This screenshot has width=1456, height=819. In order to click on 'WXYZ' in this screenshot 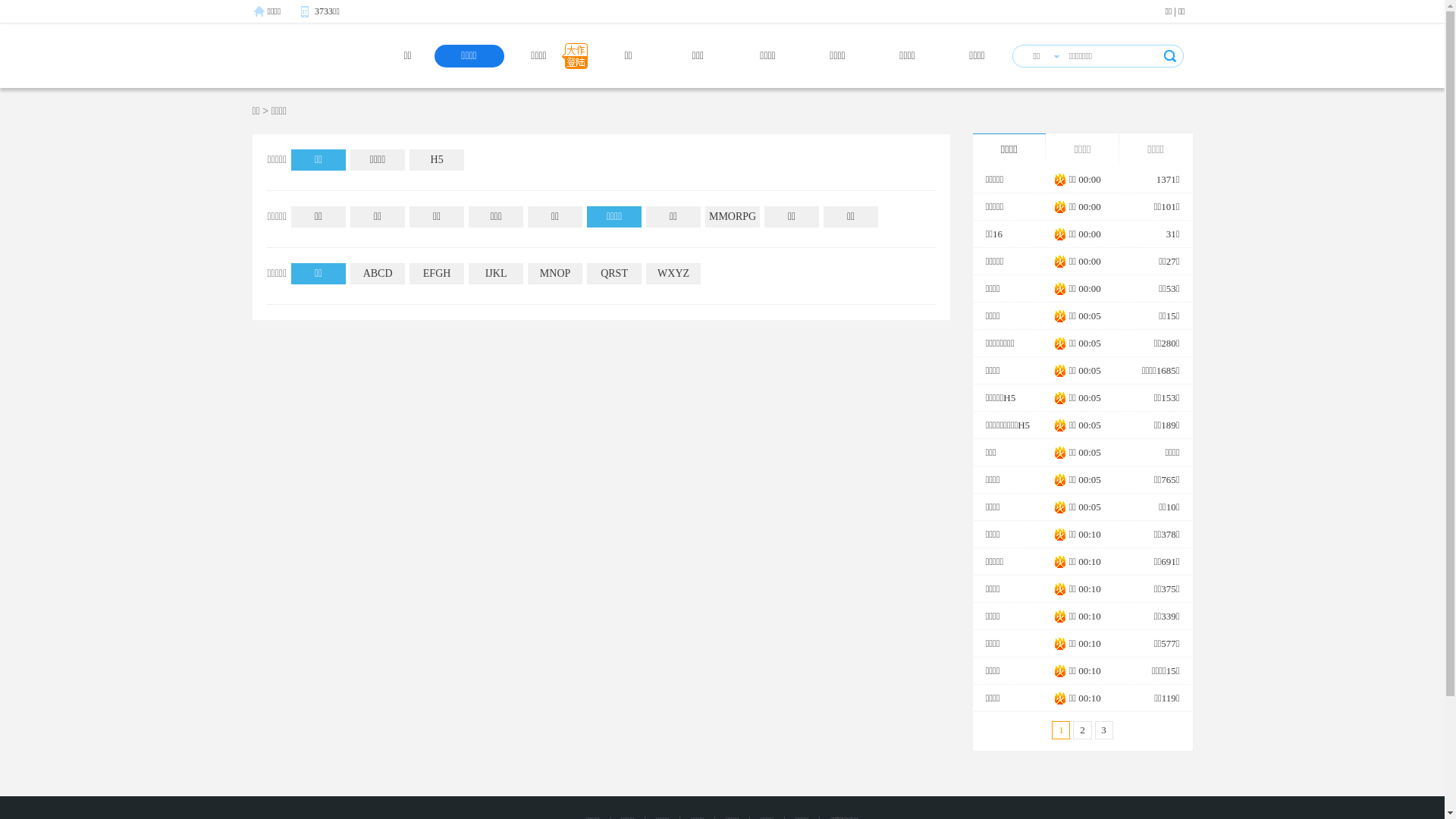, I will do `click(673, 274)`.